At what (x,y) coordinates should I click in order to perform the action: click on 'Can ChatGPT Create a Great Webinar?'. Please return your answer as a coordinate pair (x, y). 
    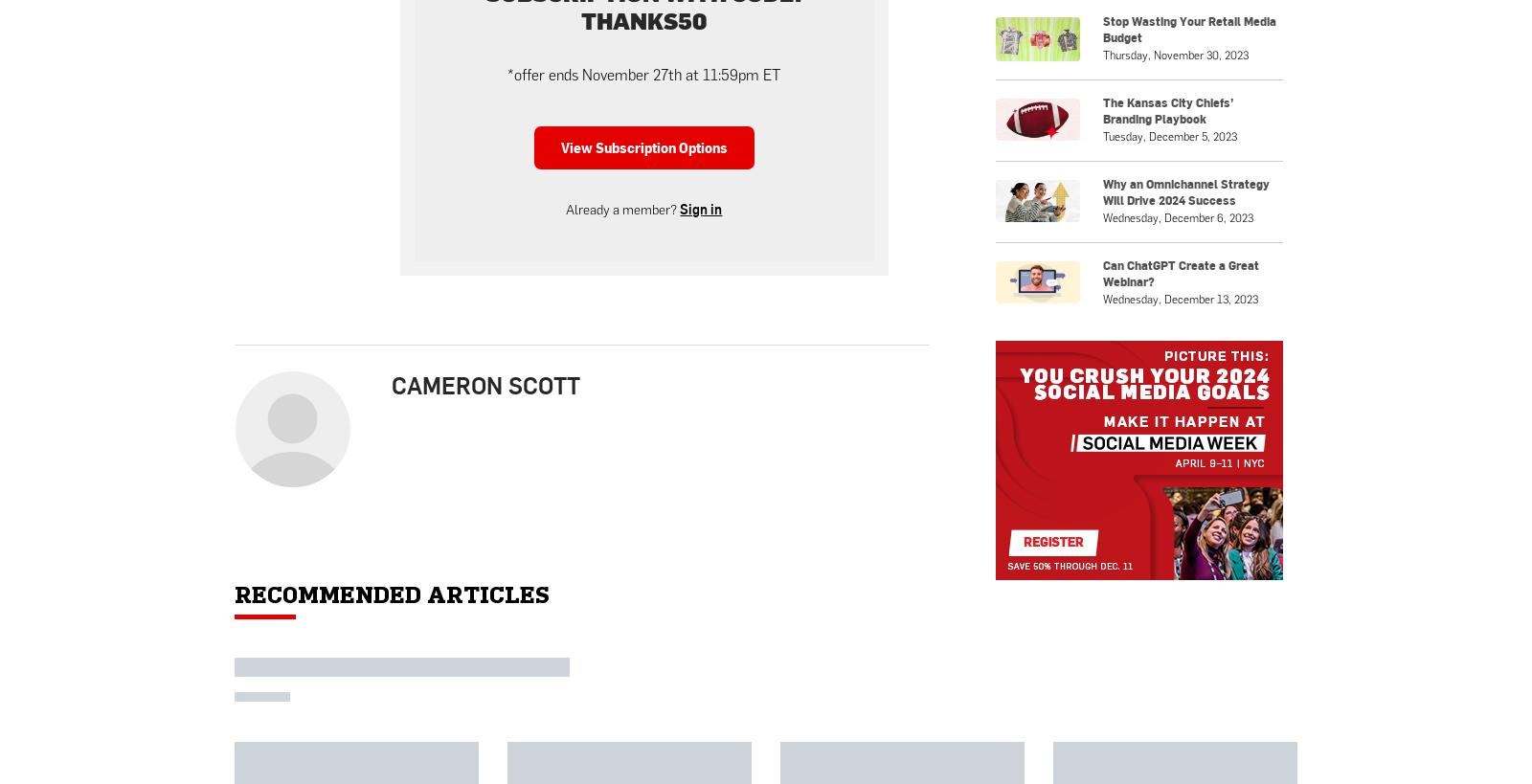
    Looking at the image, I should click on (1179, 539).